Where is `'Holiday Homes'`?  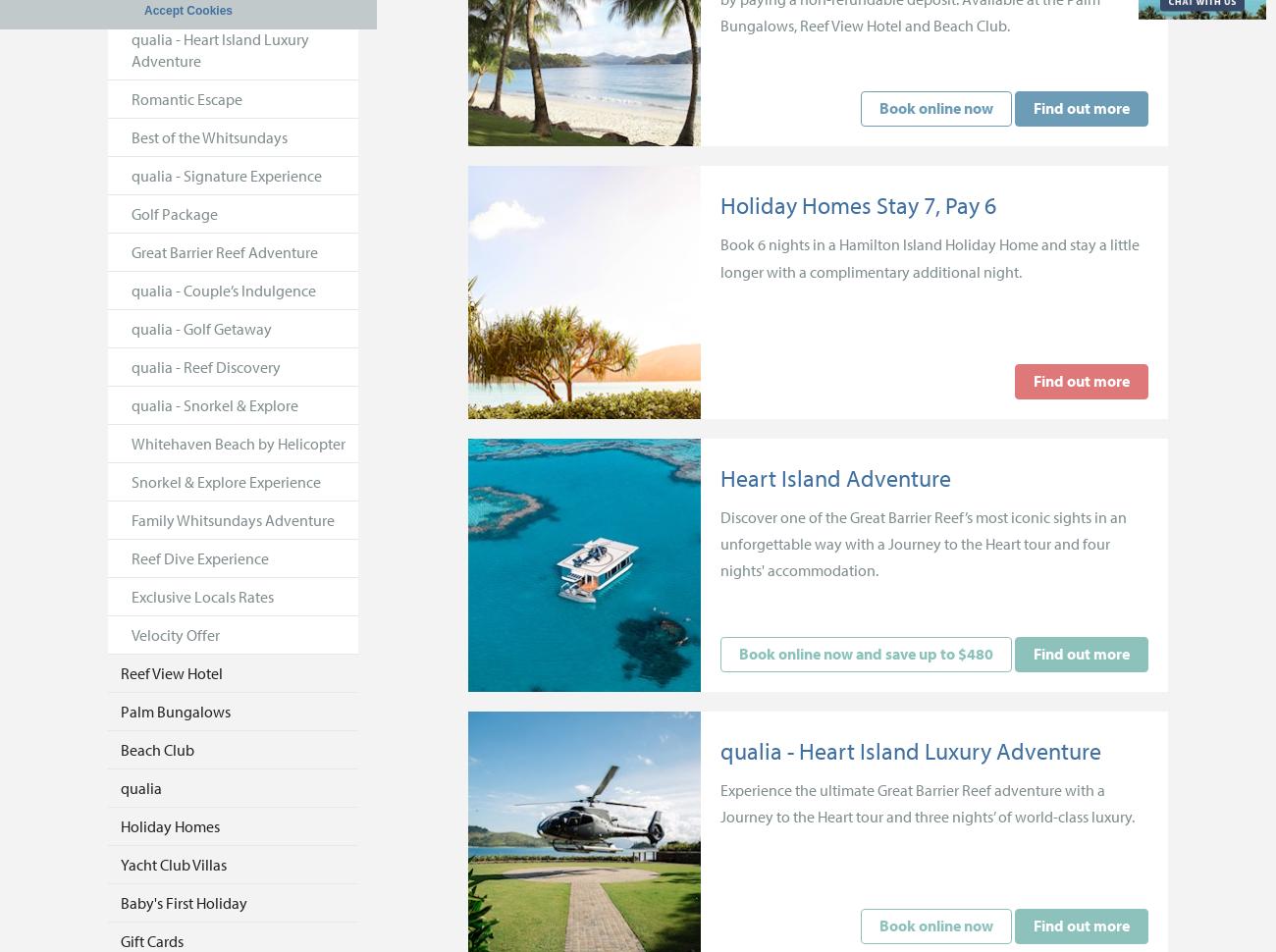
'Holiday Homes' is located at coordinates (170, 823).